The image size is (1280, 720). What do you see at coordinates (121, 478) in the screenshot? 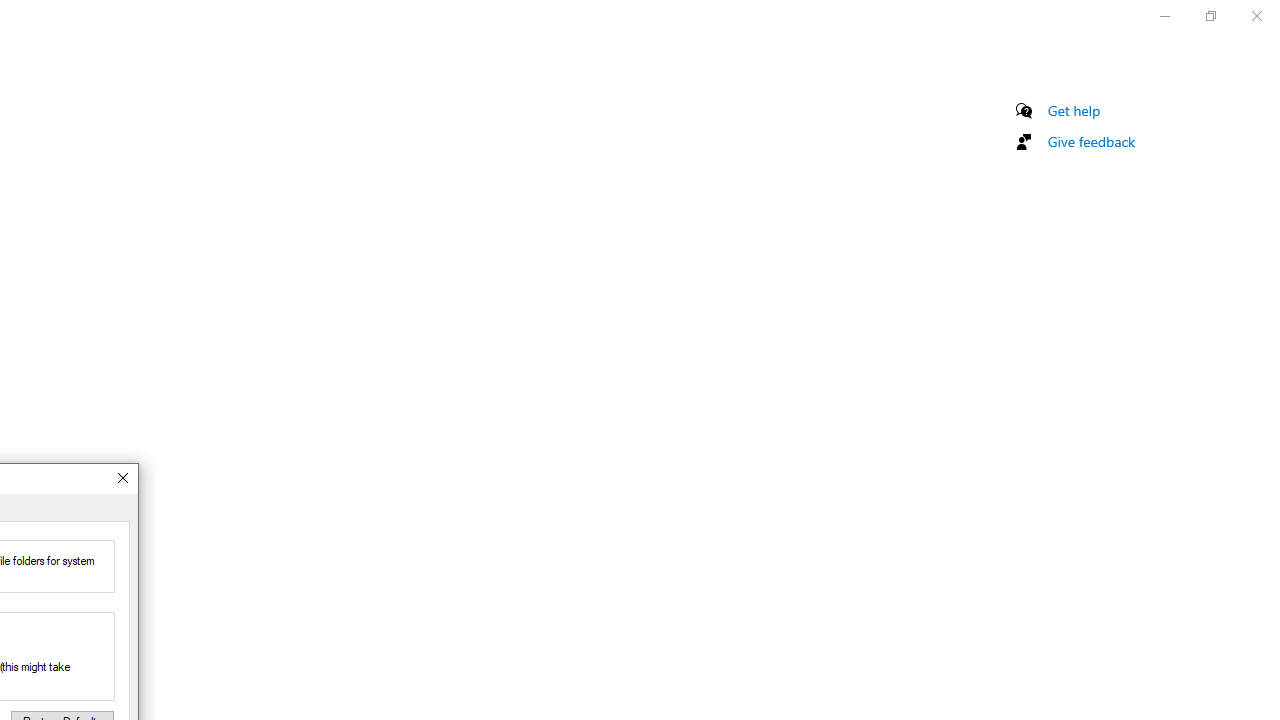
I see `'Close'` at bounding box center [121, 478].